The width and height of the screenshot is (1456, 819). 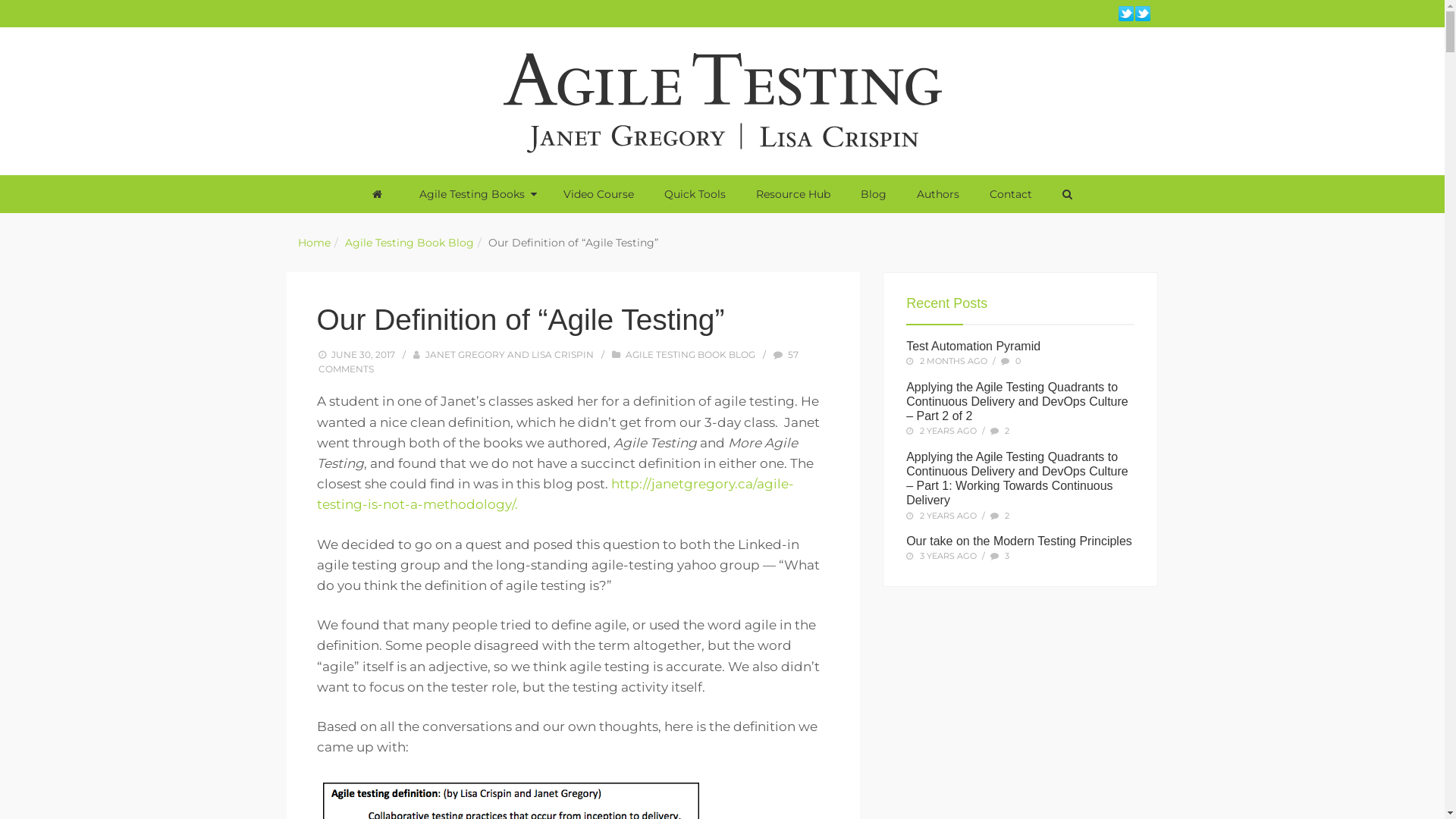 What do you see at coordinates (403, 193) in the screenshot?
I see `'Agile Testing Books'` at bounding box center [403, 193].